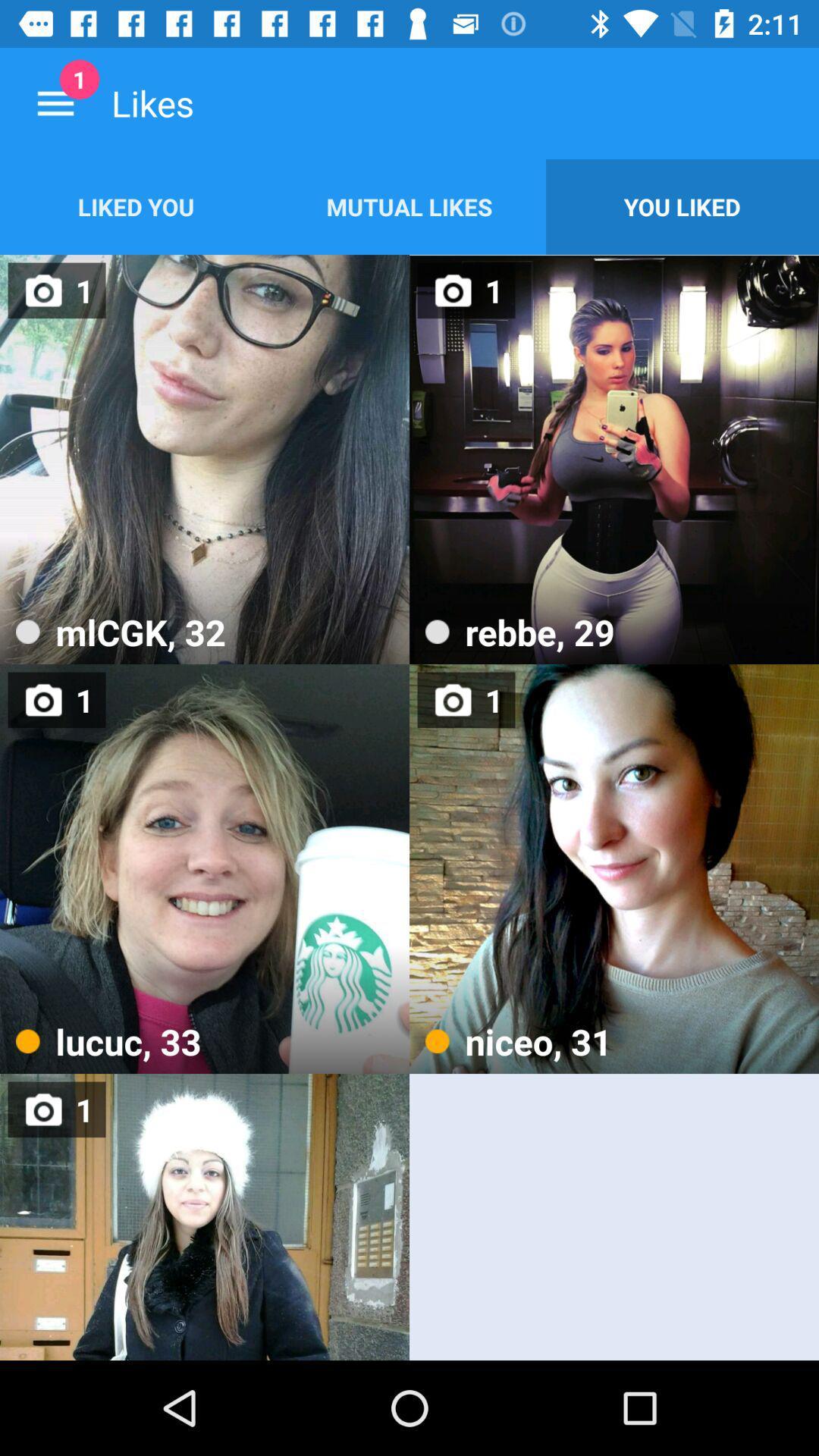  I want to click on the item to the left of likes item, so click(55, 102).